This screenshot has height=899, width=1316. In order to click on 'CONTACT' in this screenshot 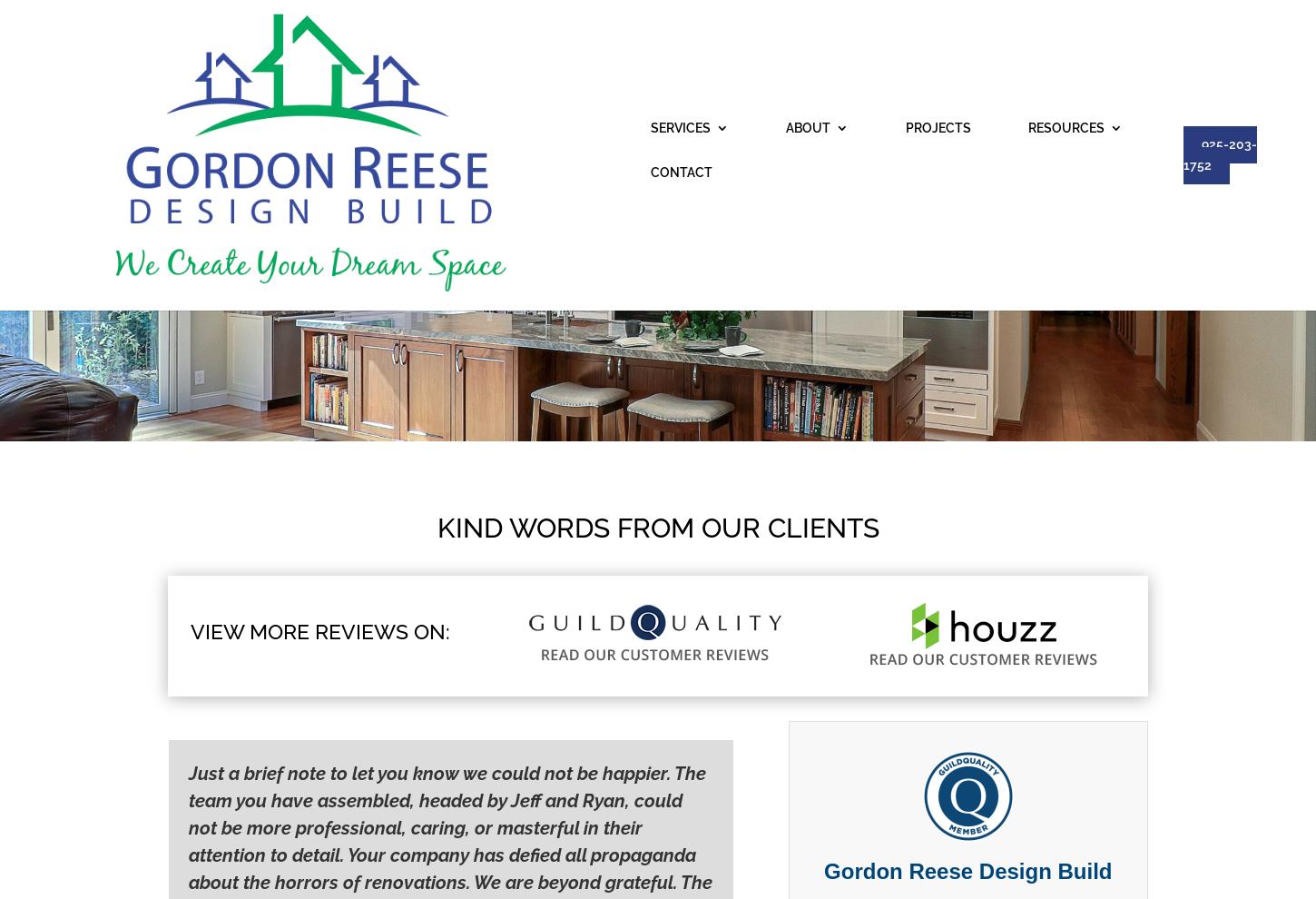, I will do `click(925, 36)`.